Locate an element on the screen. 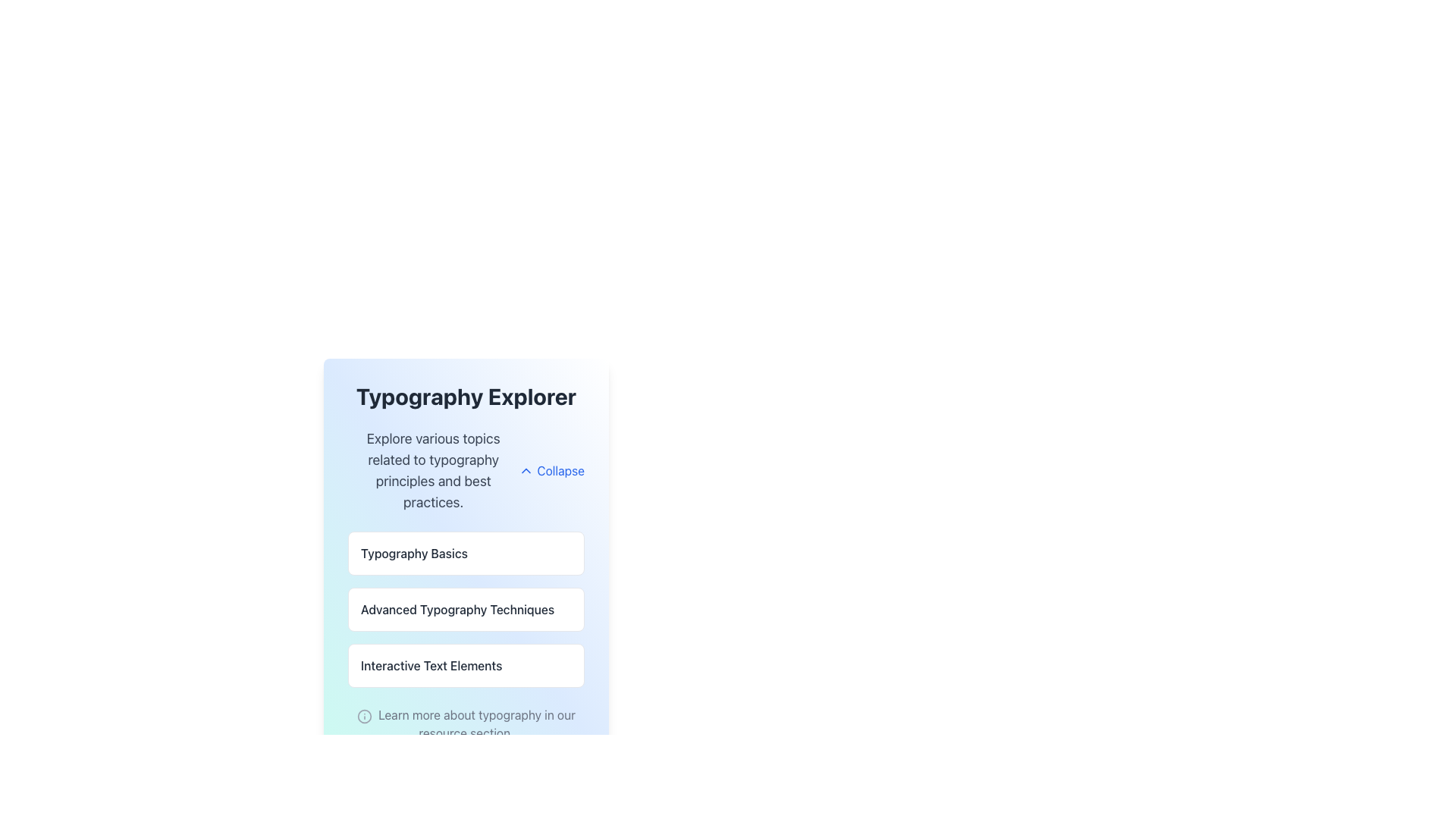 This screenshot has width=1456, height=819. the text label displaying 'Typography Basics', which is the first in a vertical list of topic names located below the 'Typography Explorer' header is located at coordinates (414, 553).